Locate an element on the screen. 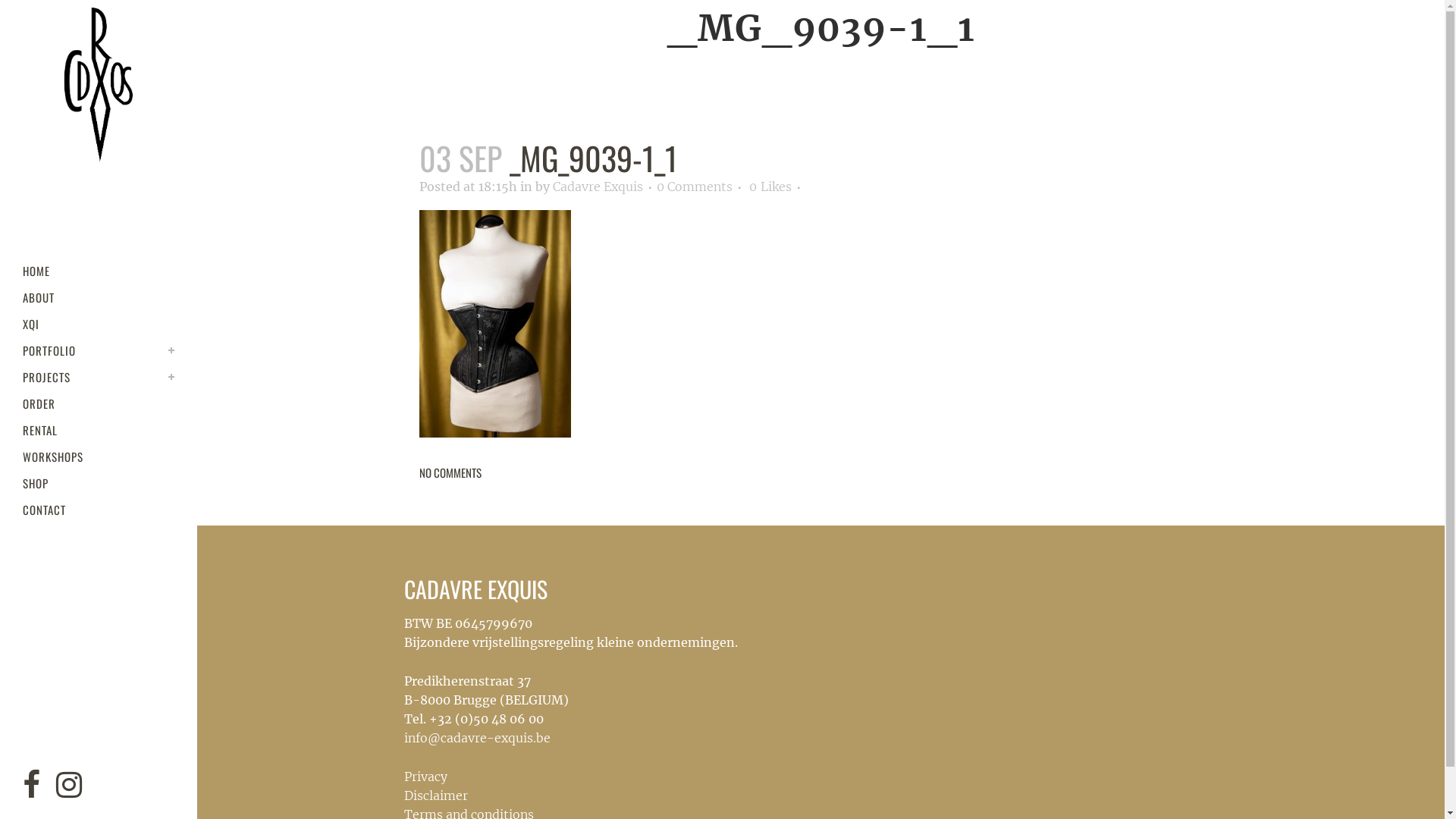 This screenshot has width=1456, height=819. 'HOME' is located at coordinates (97, 270).